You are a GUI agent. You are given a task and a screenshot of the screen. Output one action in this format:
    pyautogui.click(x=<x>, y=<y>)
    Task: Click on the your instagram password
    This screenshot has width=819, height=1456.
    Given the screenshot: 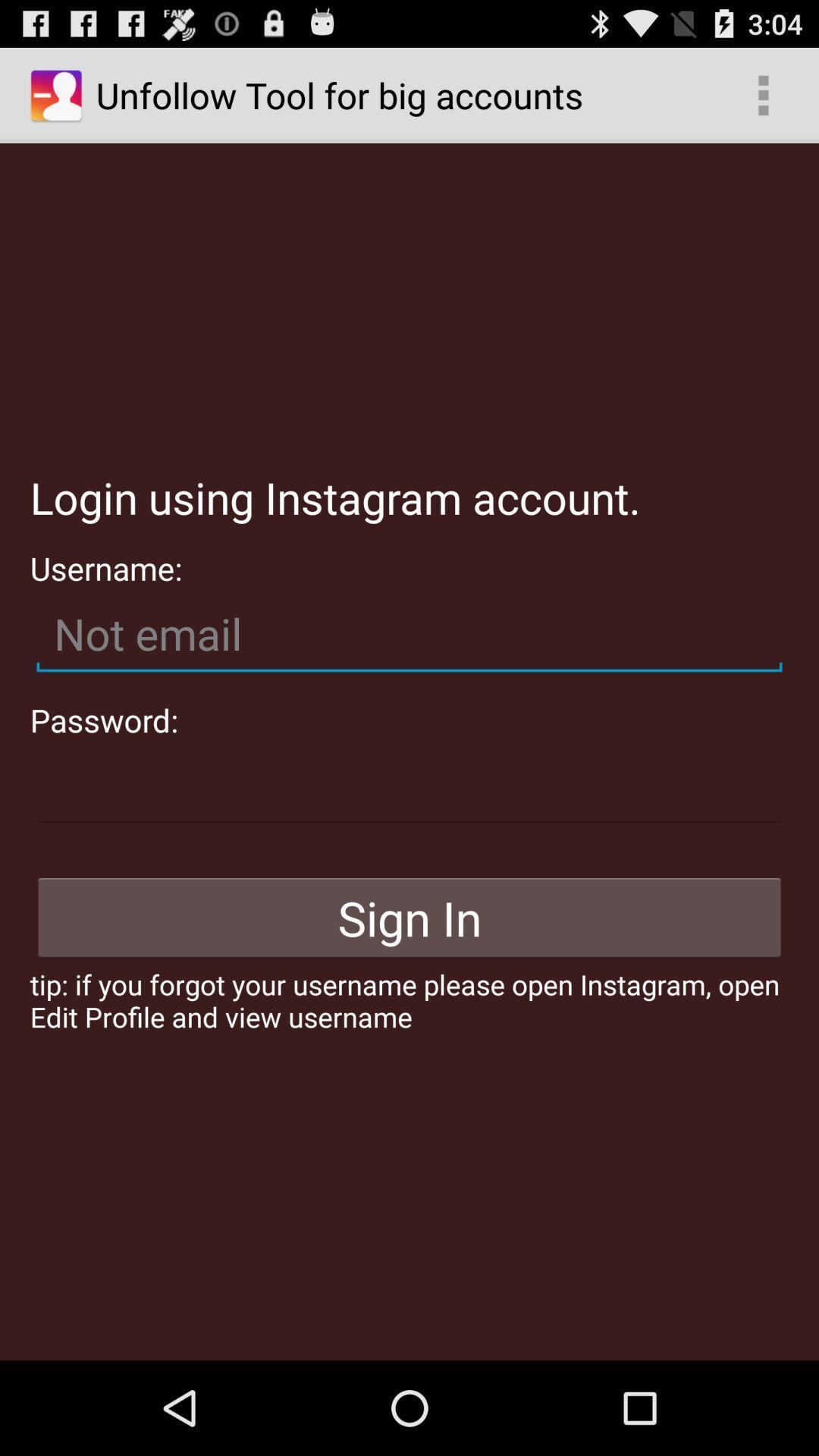 What is the action you would take?
    pyautogui.click(x=409, y=786)
    